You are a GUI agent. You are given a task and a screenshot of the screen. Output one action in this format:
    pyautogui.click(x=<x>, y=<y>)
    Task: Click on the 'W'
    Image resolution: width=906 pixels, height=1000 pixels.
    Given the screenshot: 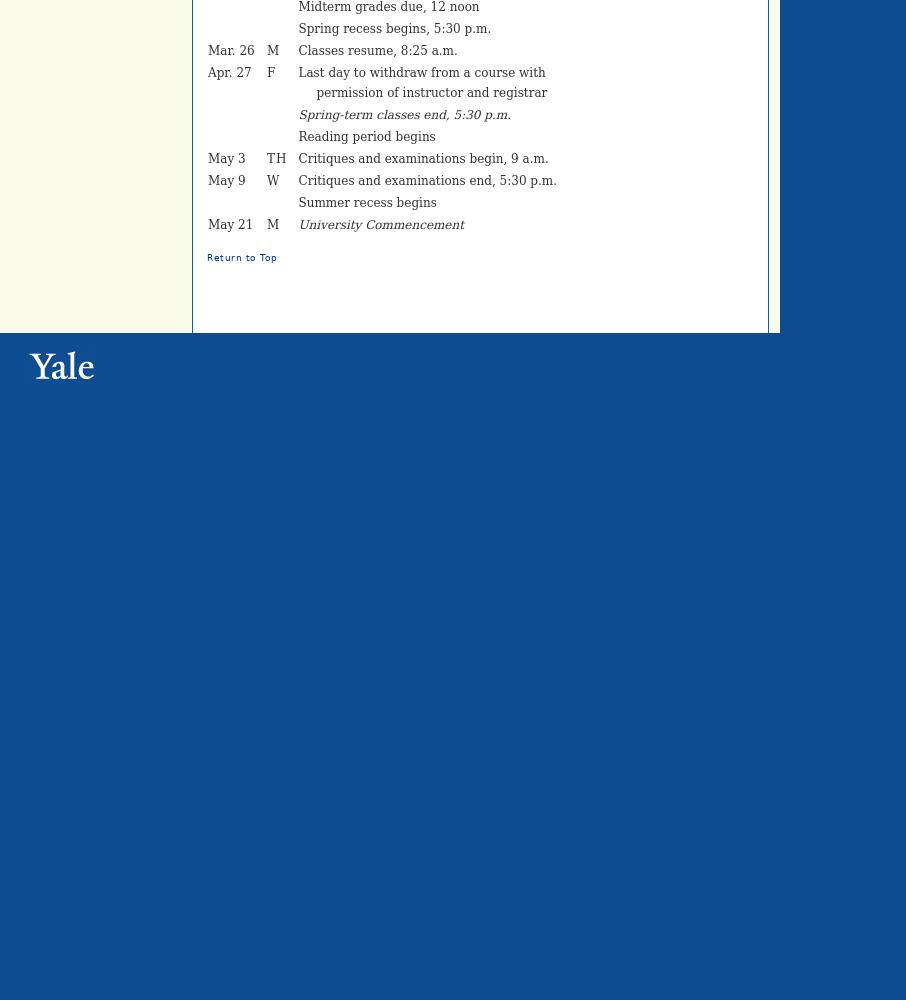 What is the action you would take?
    pyautogui.click(x=272, y=181)
    